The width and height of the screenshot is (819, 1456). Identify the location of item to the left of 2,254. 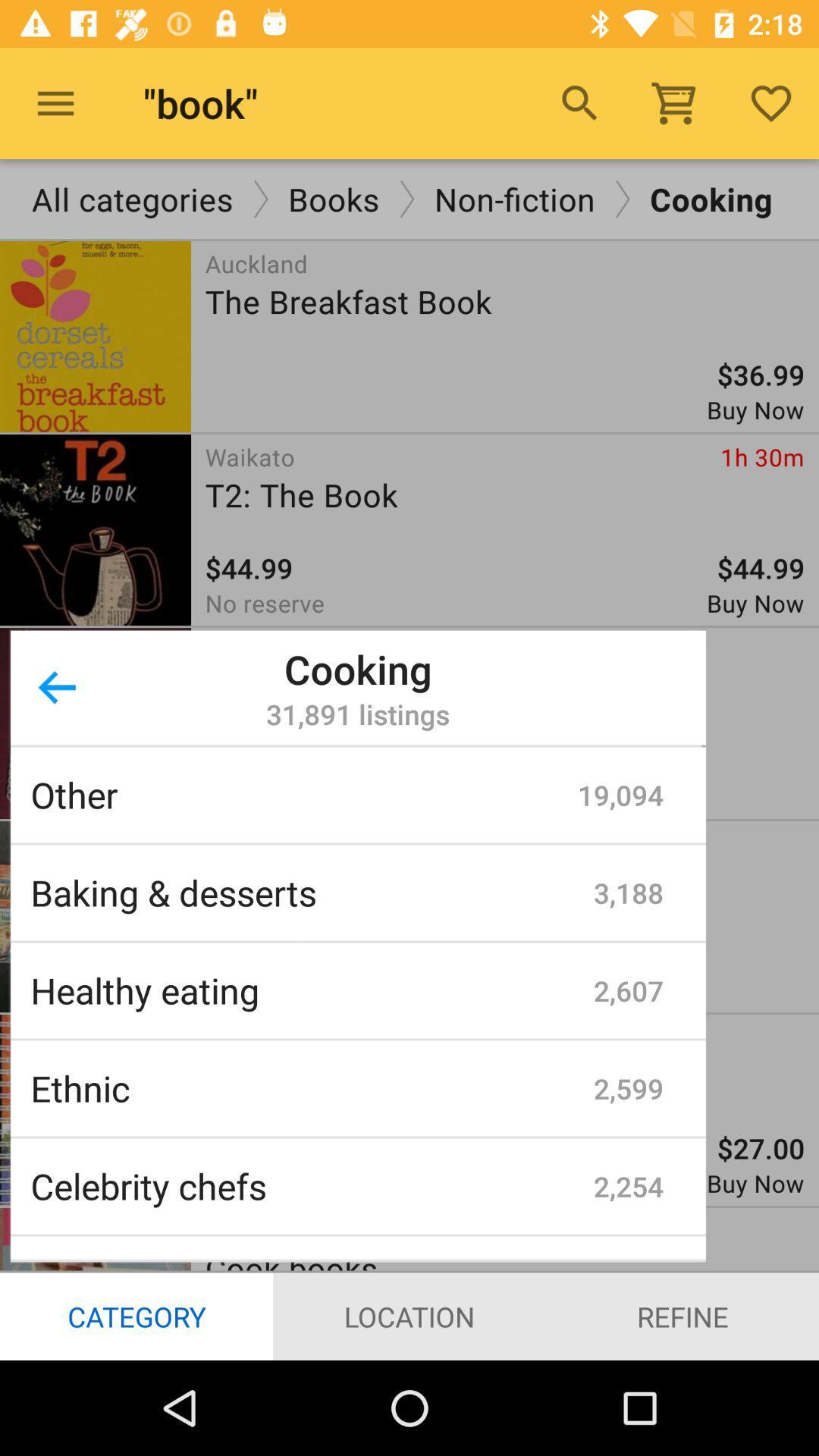
(311, 1185).